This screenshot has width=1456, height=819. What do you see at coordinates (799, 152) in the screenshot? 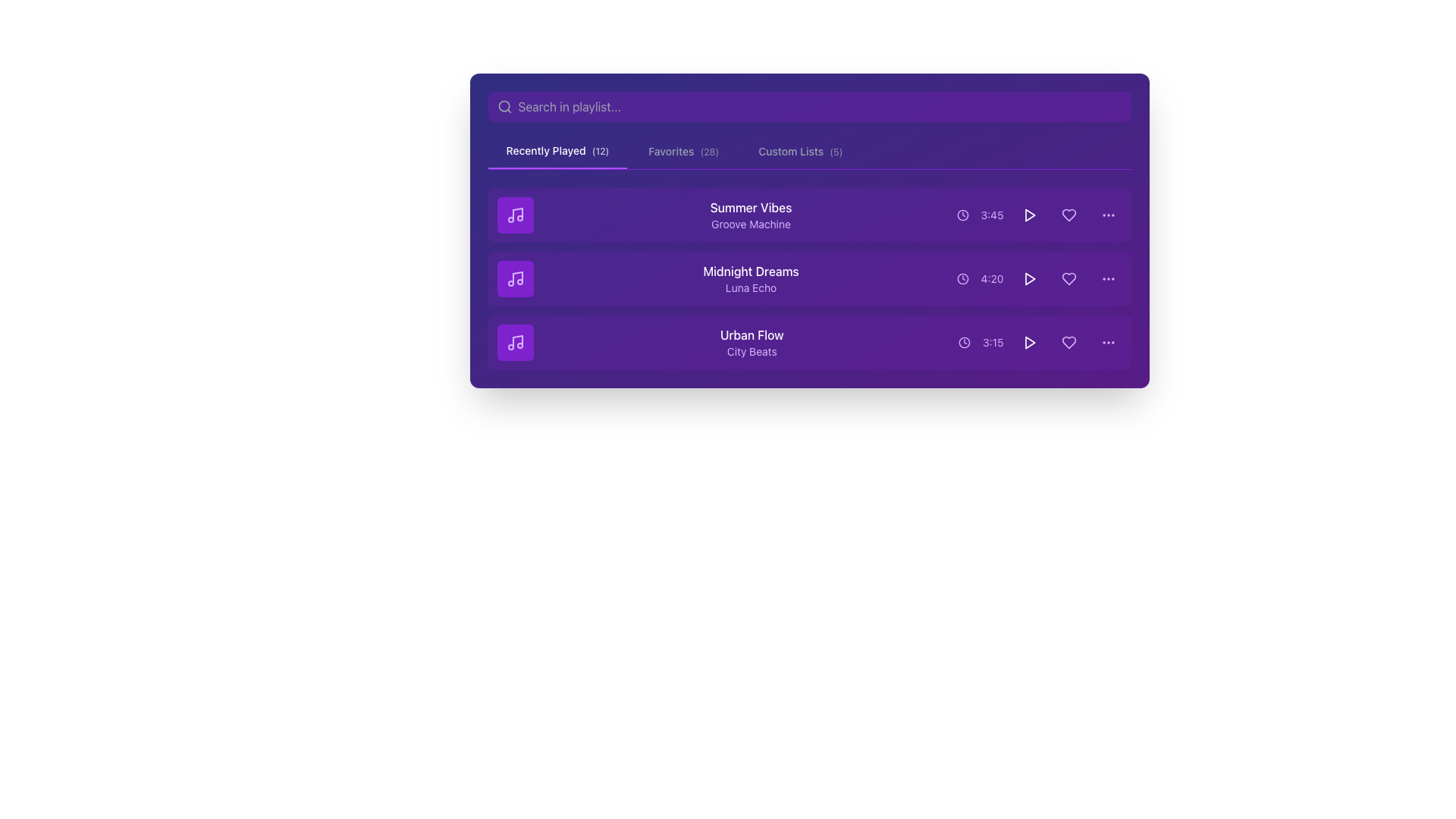
I see `the Interactive Label or Button reading 'Custom Lists(5)'` at bounding box center [799, 152].